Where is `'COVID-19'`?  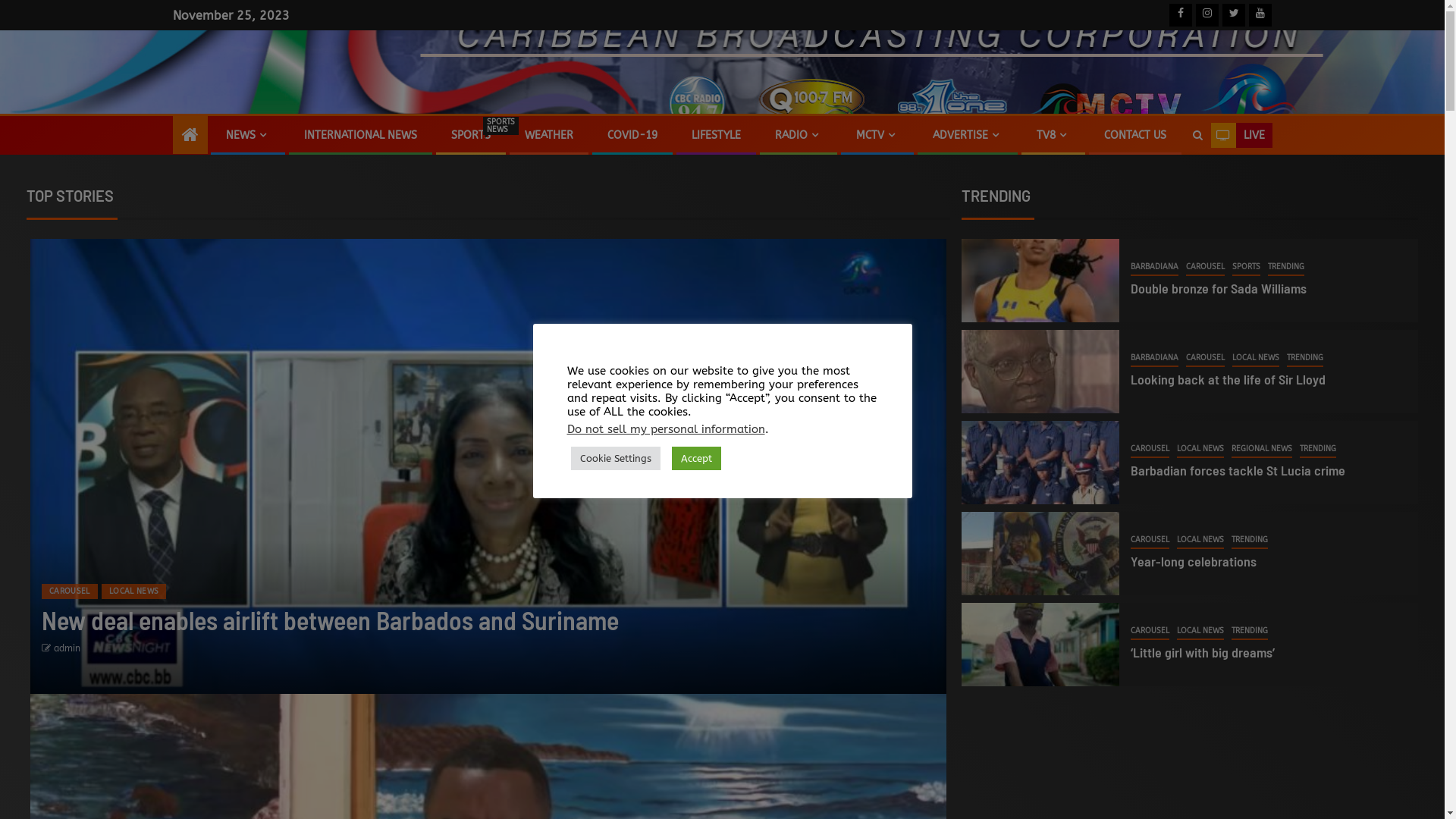
'COVID-19' is located at coordinates (632, 134).